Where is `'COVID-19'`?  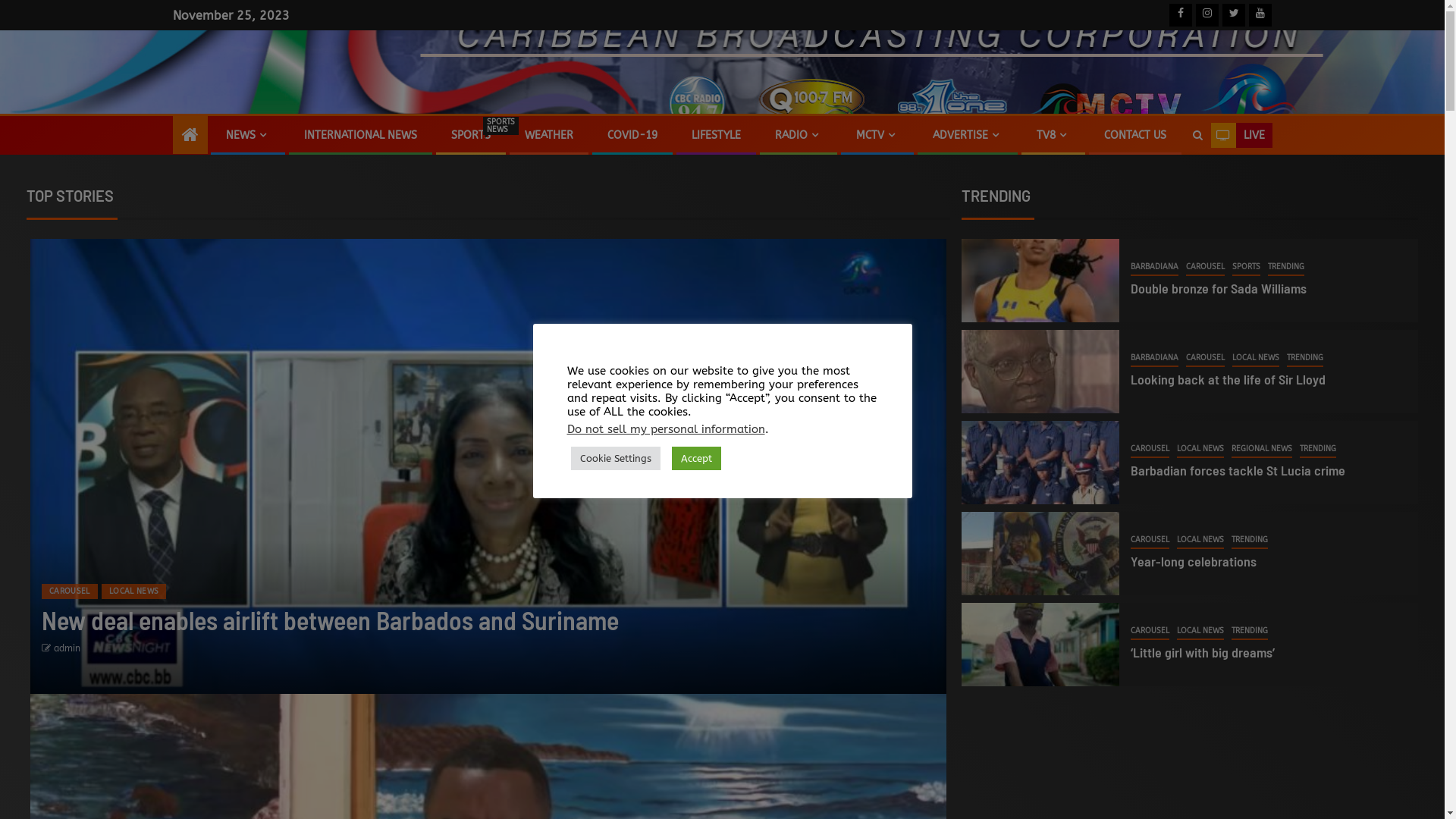
'COVID-19' is located at coordinates (632, 134).